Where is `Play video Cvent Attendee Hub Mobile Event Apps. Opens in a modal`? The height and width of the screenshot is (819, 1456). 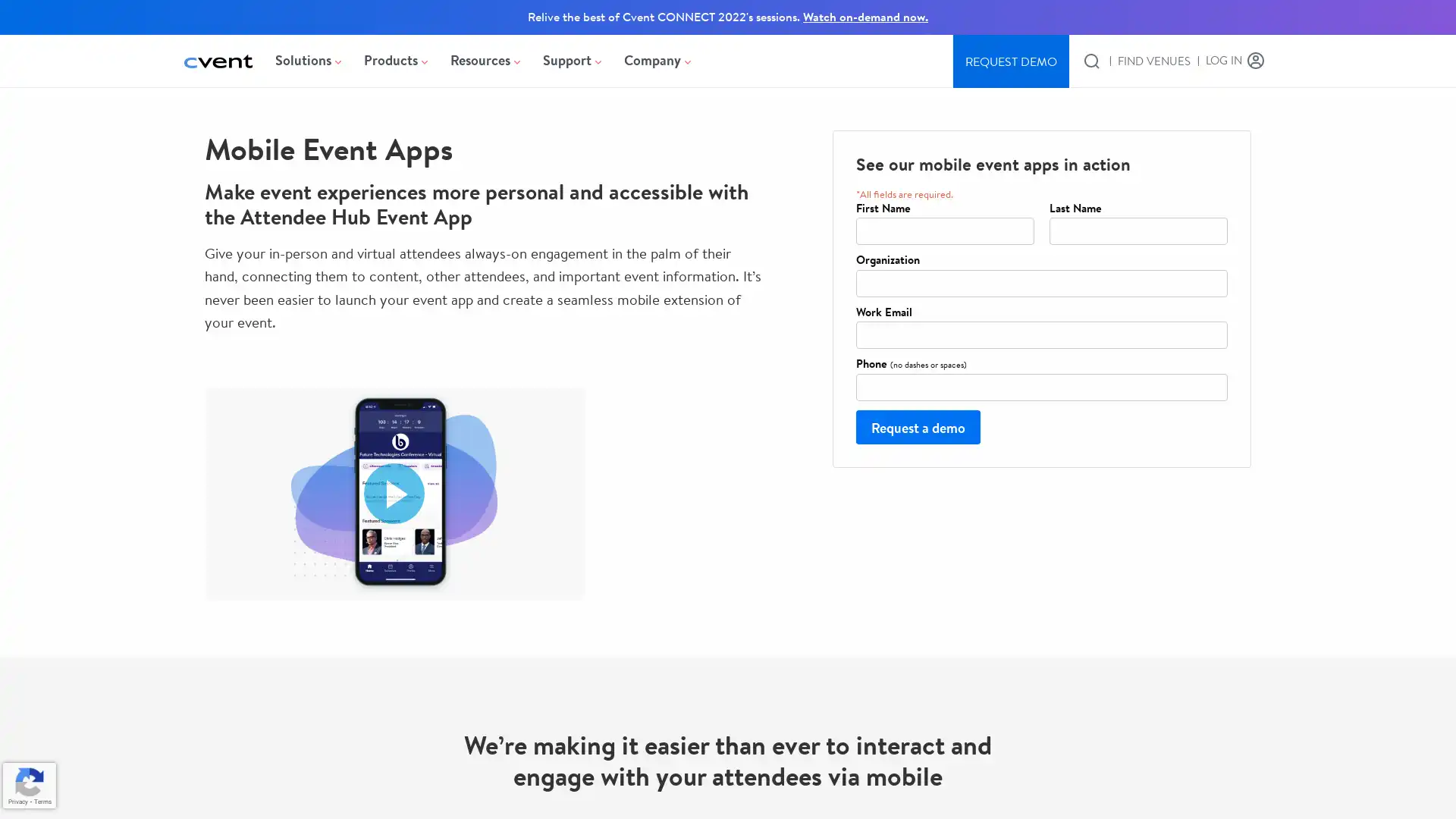 Play video Cvent Attendee Hub Mobile Event Apps. Opens in a modal is located at coordinates (394, 494).